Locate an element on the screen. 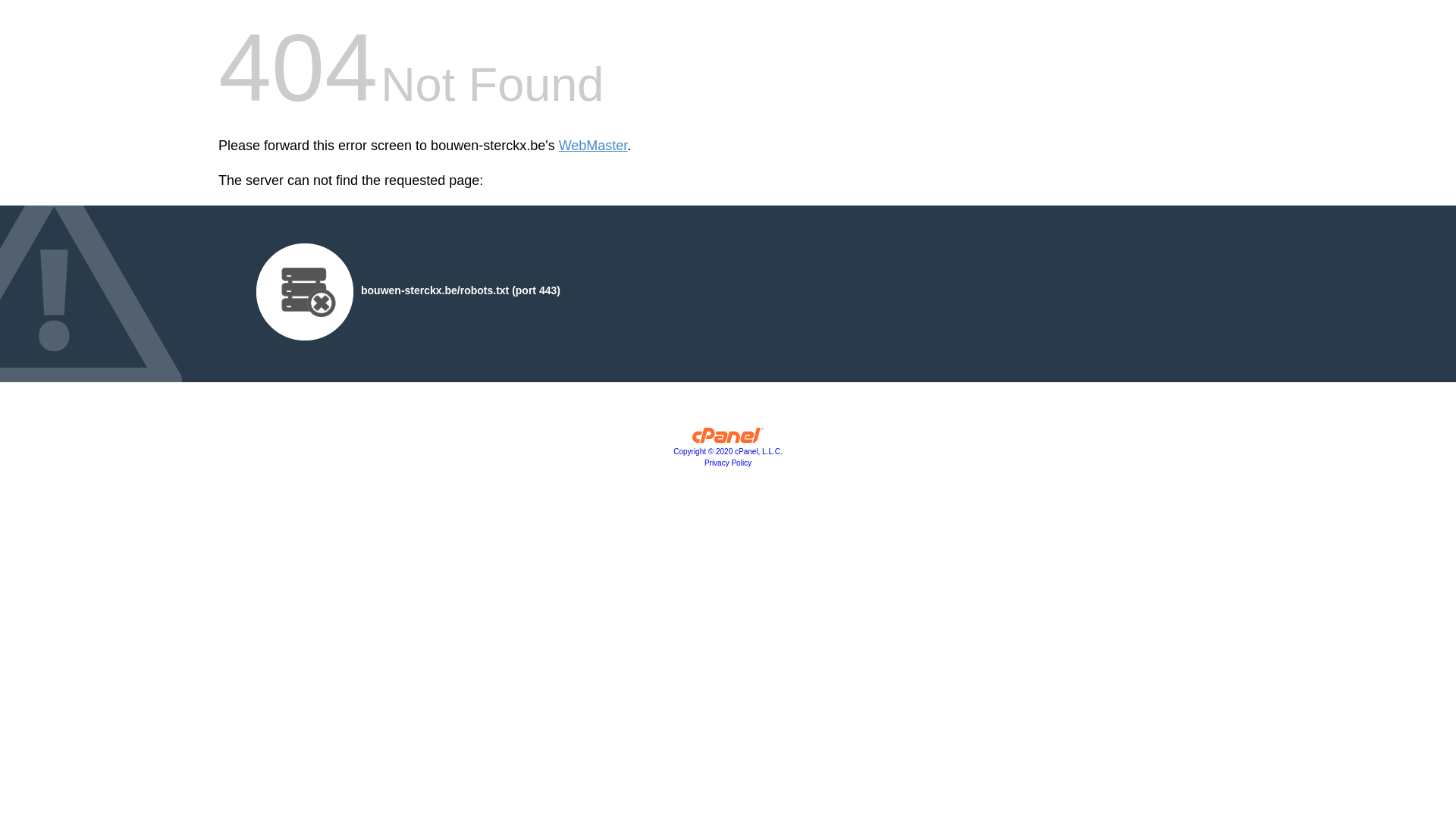 The image size is (1456, 819). 'Privacy Policy' is located at coordinates (728, 462).